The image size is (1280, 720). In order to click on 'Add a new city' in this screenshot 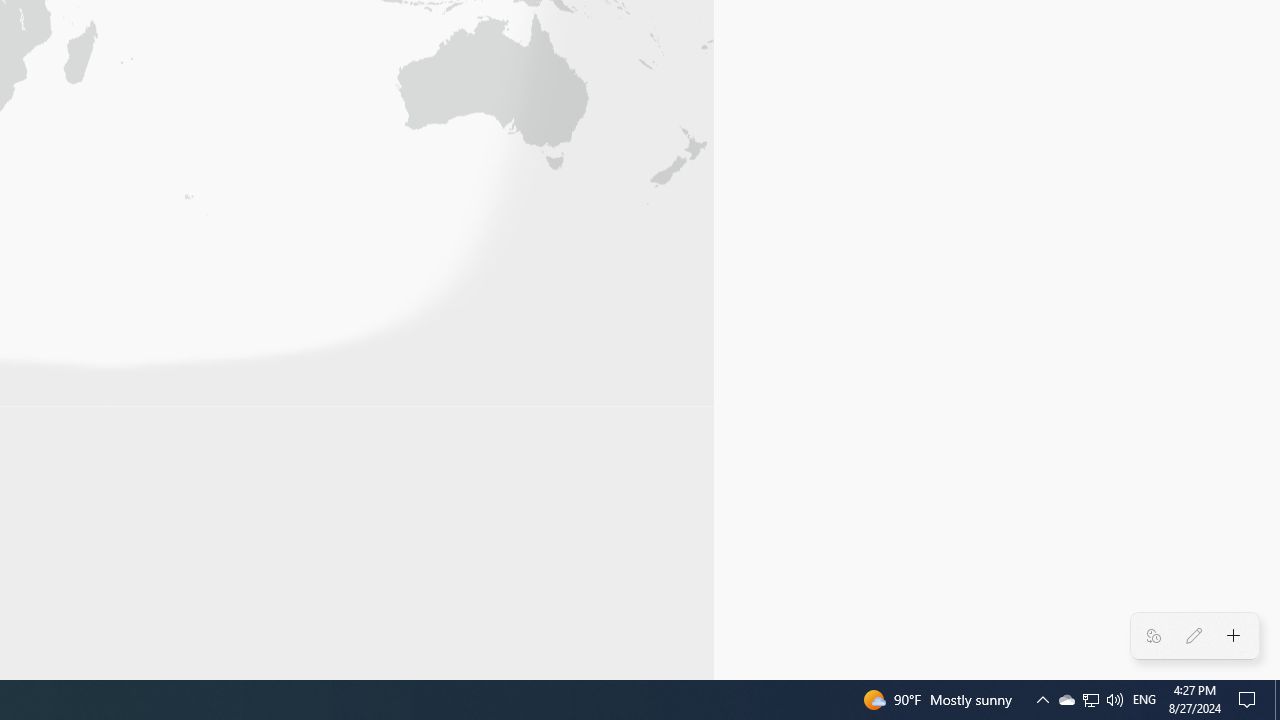, I will do `click(1232, 636)`.